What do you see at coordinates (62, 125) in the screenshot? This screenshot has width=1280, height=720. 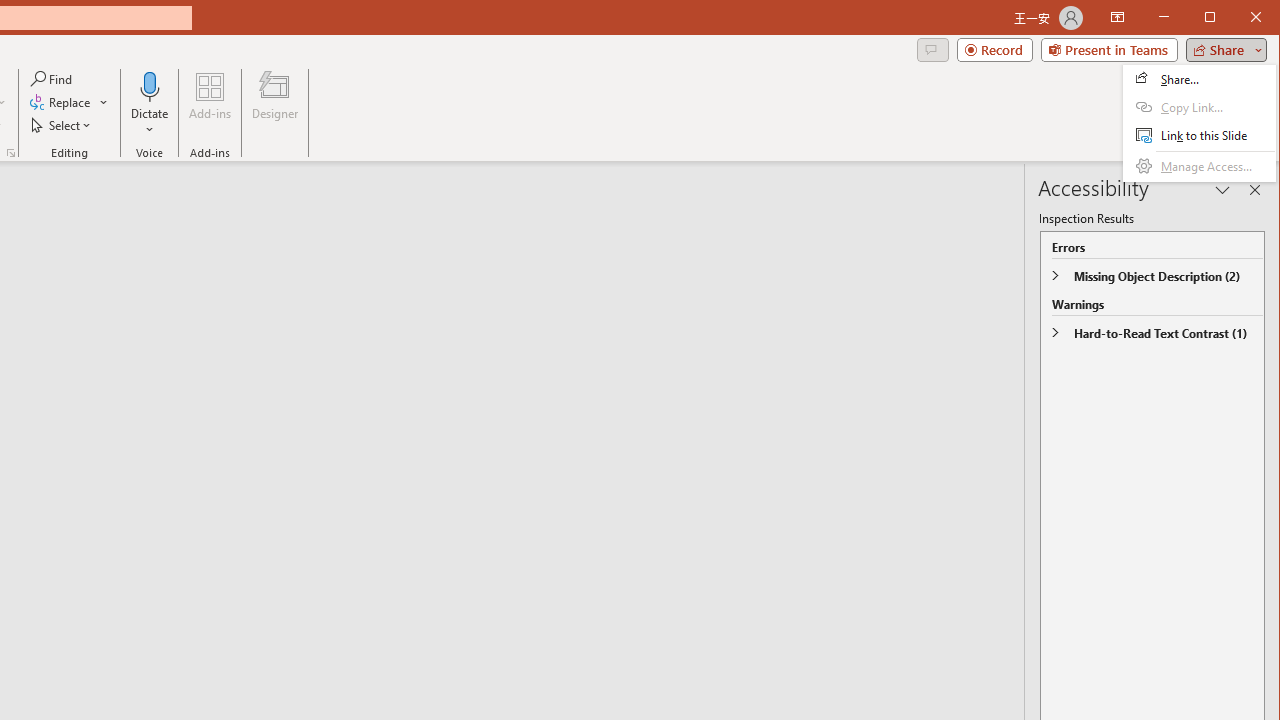 I see `'Select'` at bounding box center [62, 125].